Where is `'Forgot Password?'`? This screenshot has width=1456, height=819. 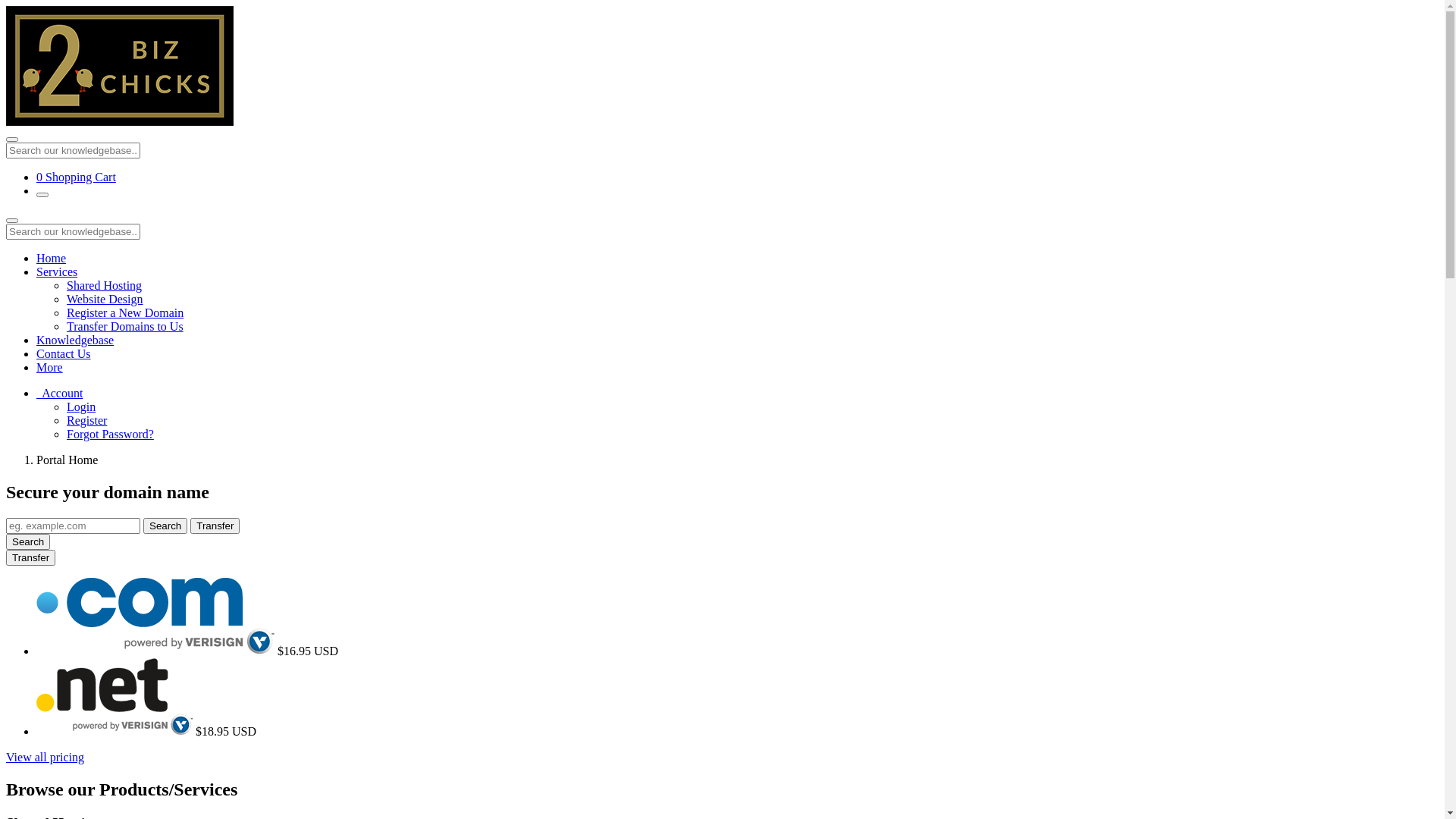
'Forgot Password?' is located at coordinates (109, 434).